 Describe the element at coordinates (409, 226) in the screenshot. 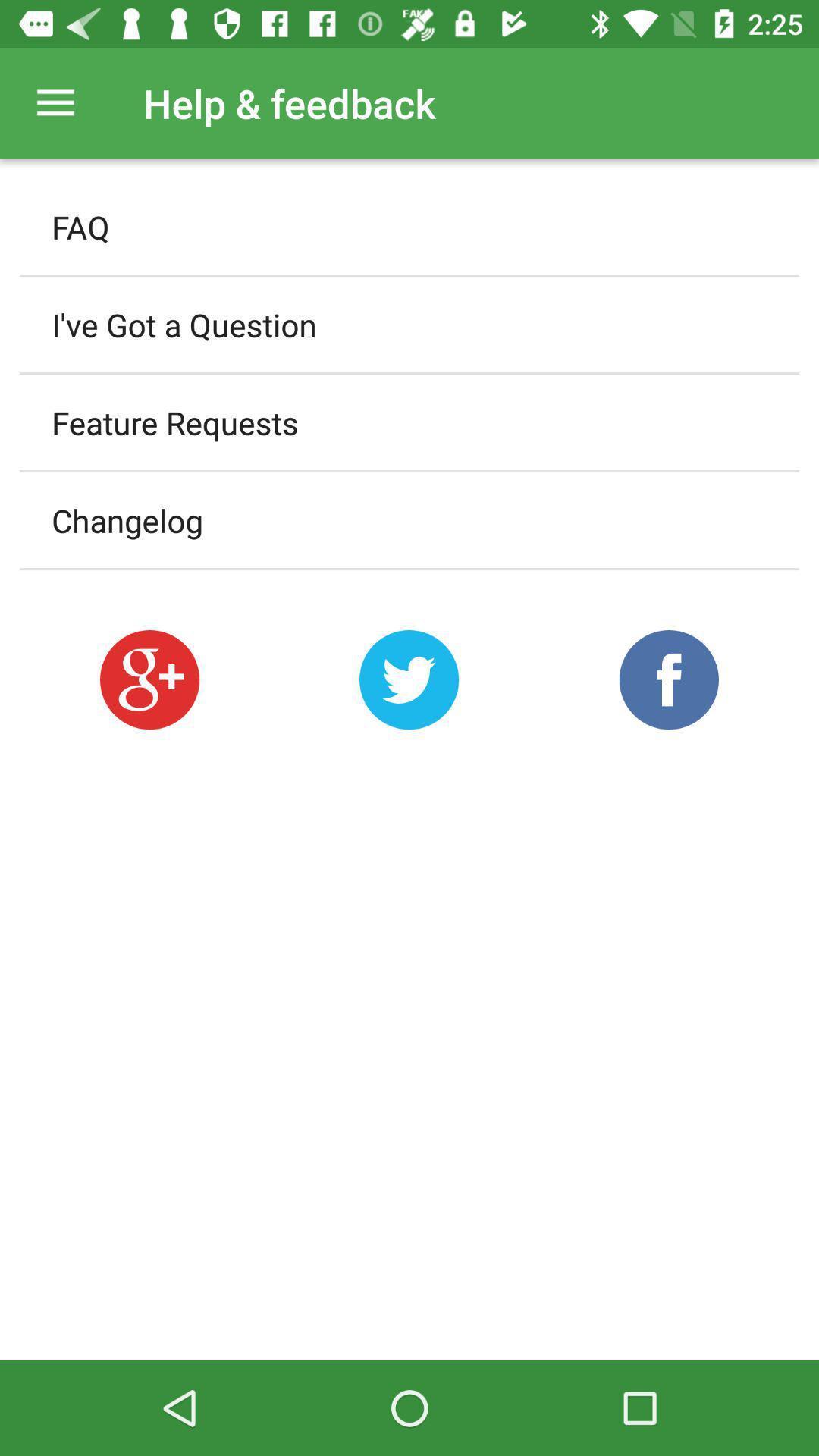

I see `the icon above the i ve got item` at that location.